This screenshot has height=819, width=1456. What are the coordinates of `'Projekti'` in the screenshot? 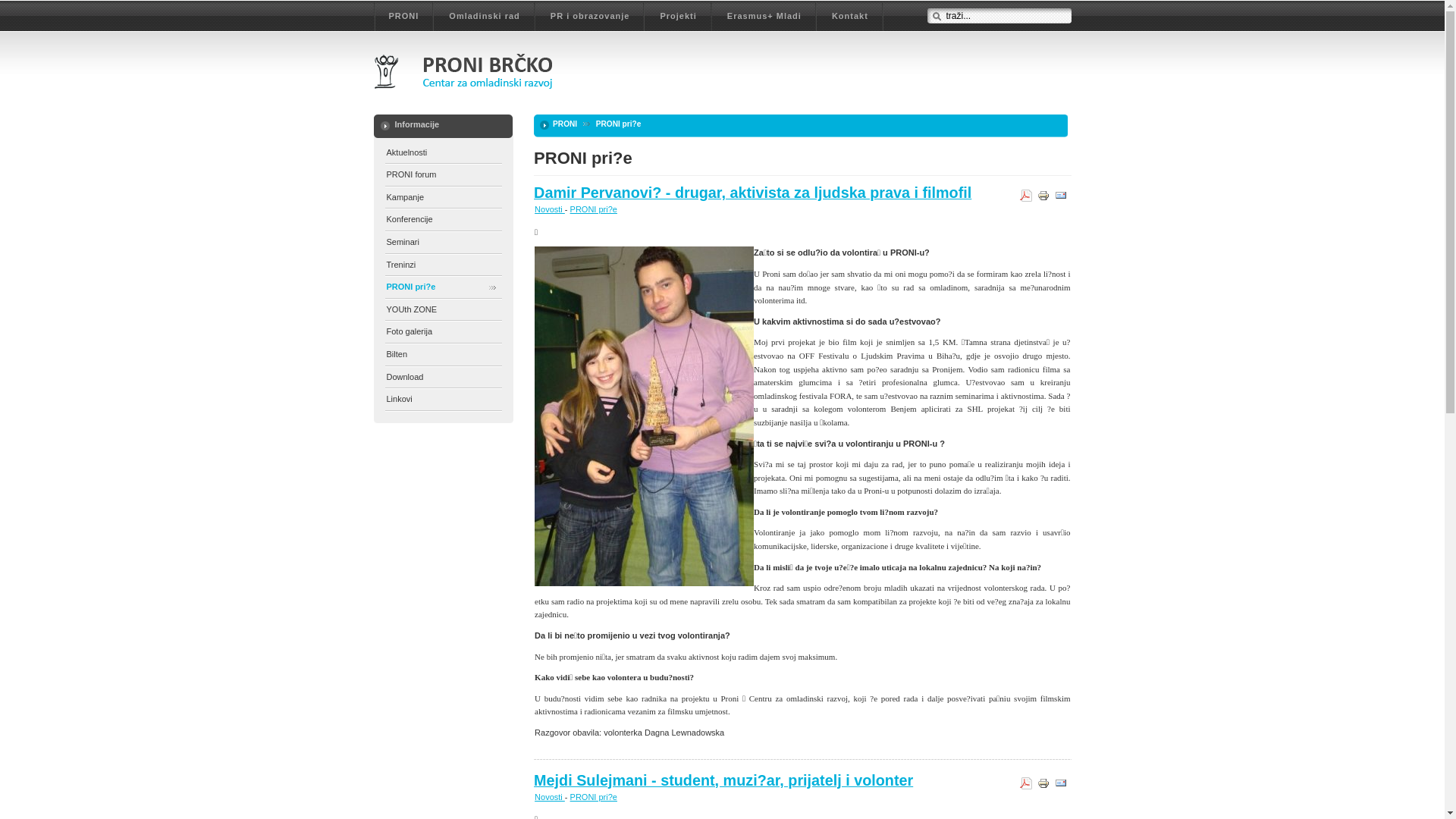 It's located at (676, 17).